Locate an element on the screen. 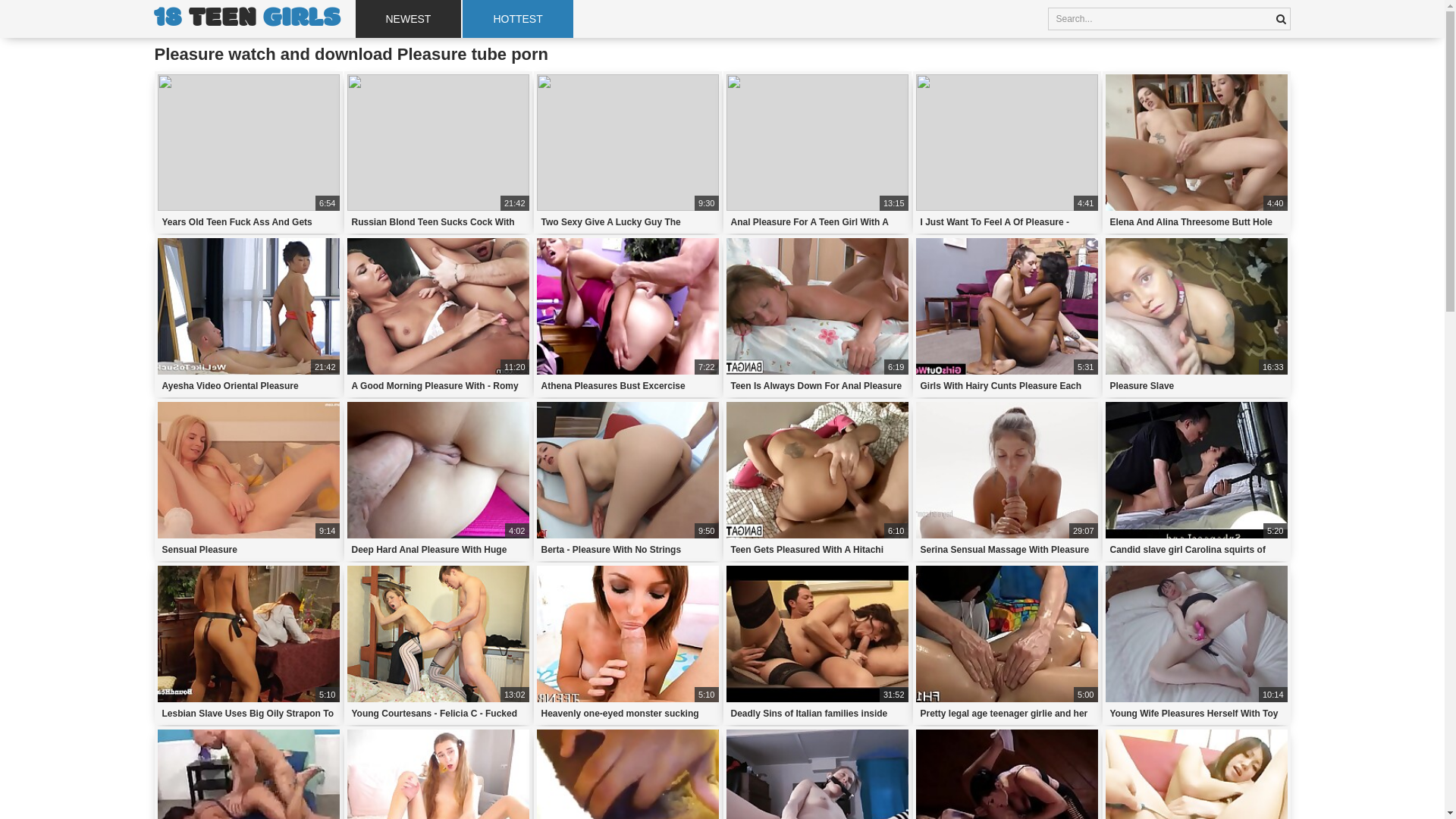 The image size is (1456, 819). '18 TEEN GIRLS' is located at coordinates (247, 18).